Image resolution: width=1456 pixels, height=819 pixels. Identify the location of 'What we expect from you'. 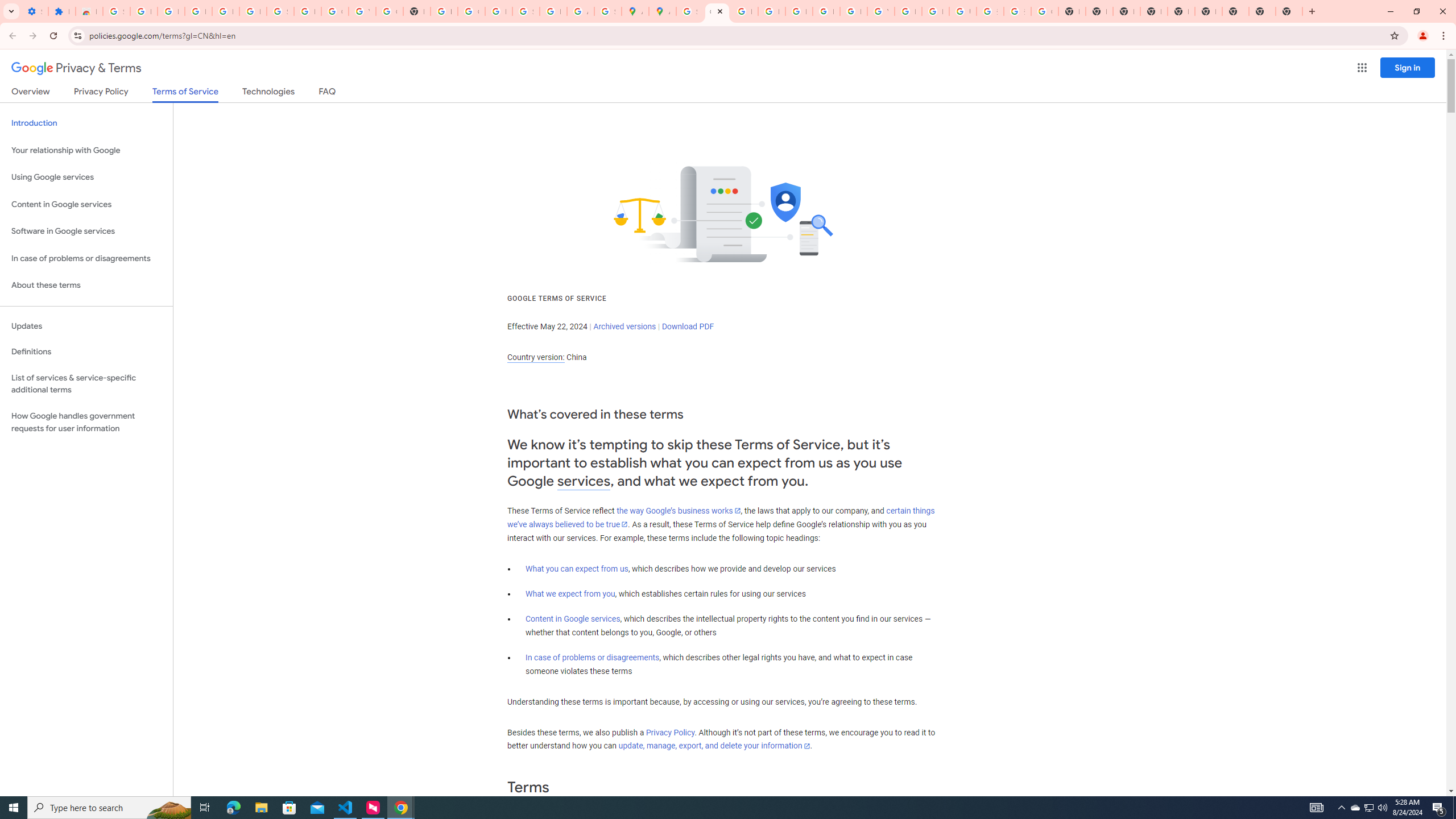
(570, 593).